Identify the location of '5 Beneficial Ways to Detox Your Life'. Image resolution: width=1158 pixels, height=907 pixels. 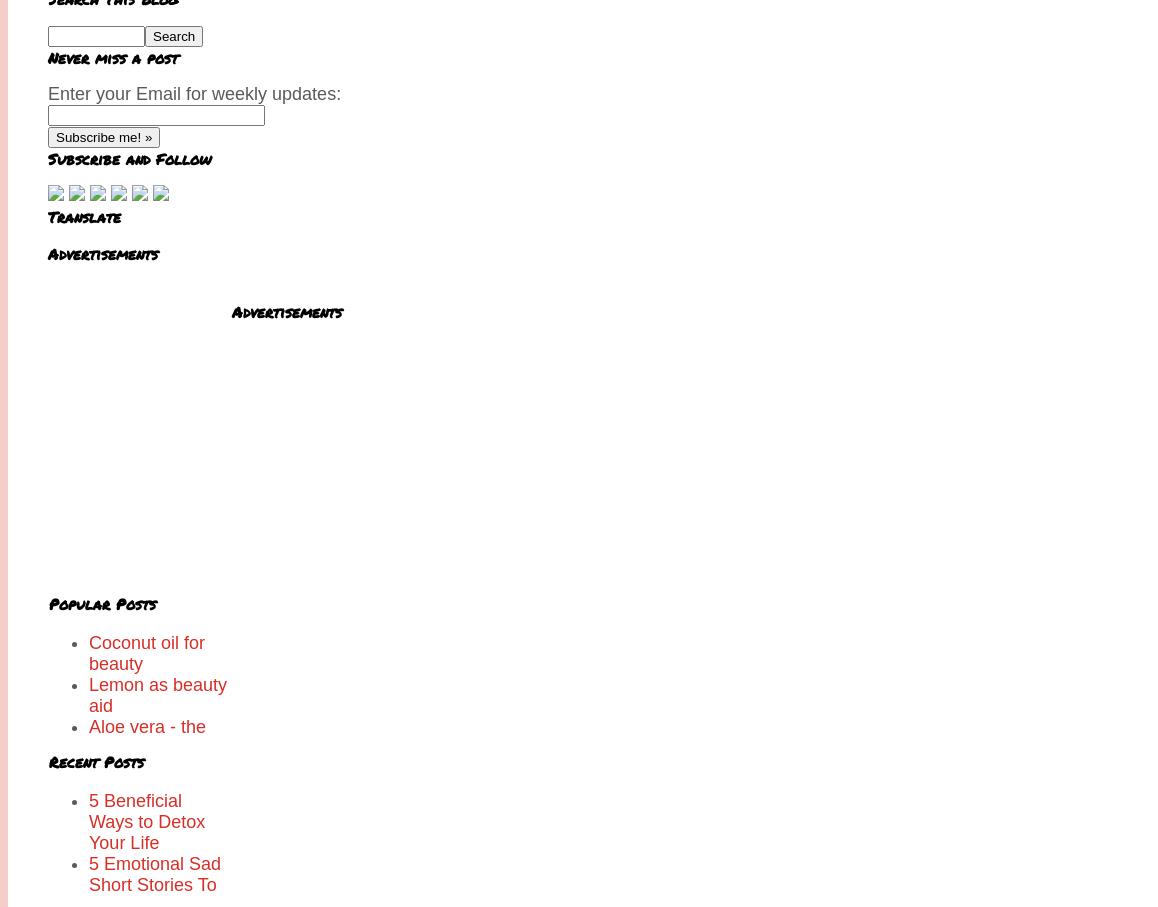
(145, 822).